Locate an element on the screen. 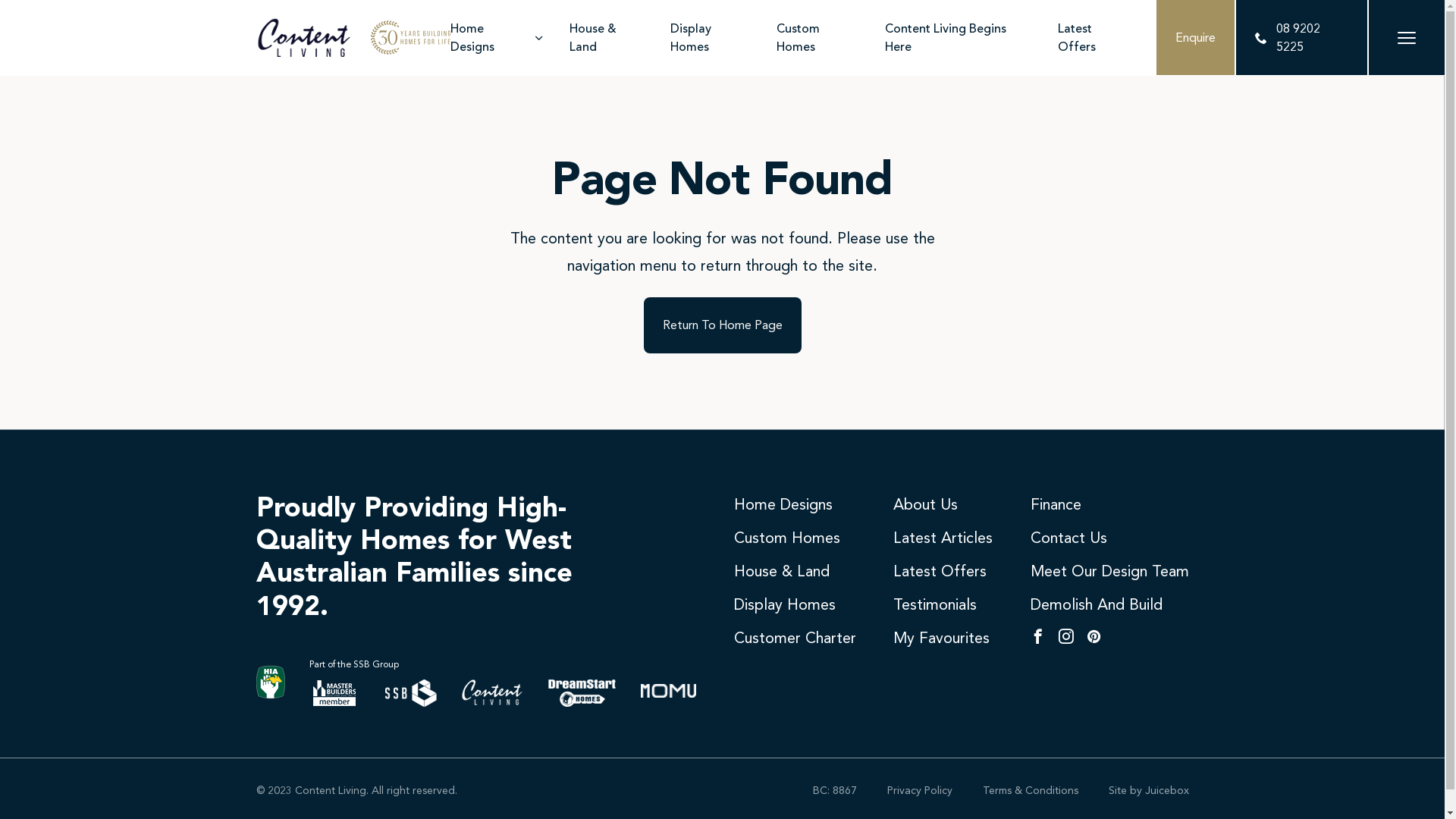  'Pinterest' is located at coordinates (1093, 637).